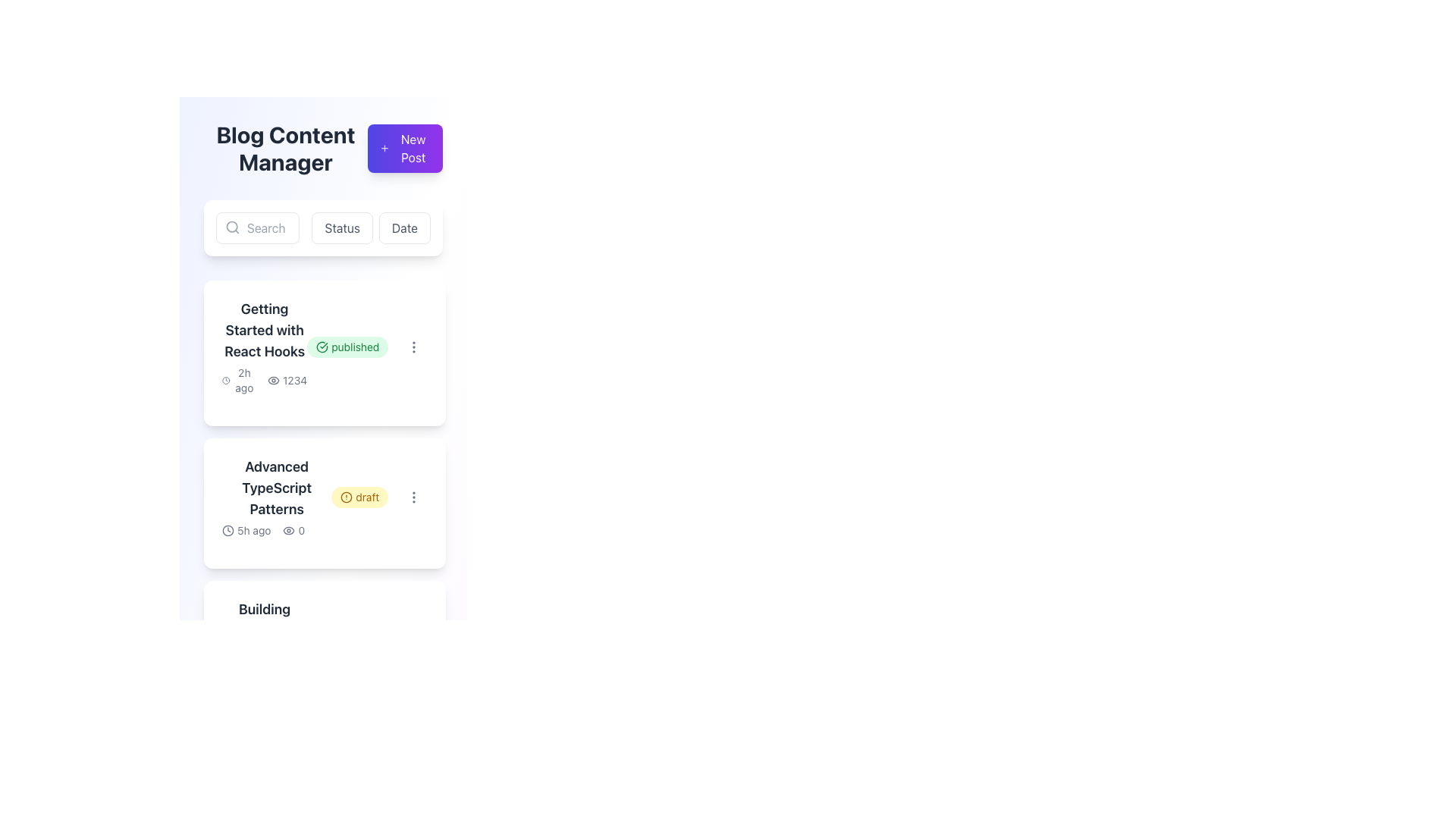 The height and width of the screenshot is (819, 1456). Describe the element at coordinates (227, 529) in the screenshot. I see `the time attribute icon located next to the text '5h ago' at the bottom-left corner of the card labeled 'Advanced TypeScript Patterns'` at that location.